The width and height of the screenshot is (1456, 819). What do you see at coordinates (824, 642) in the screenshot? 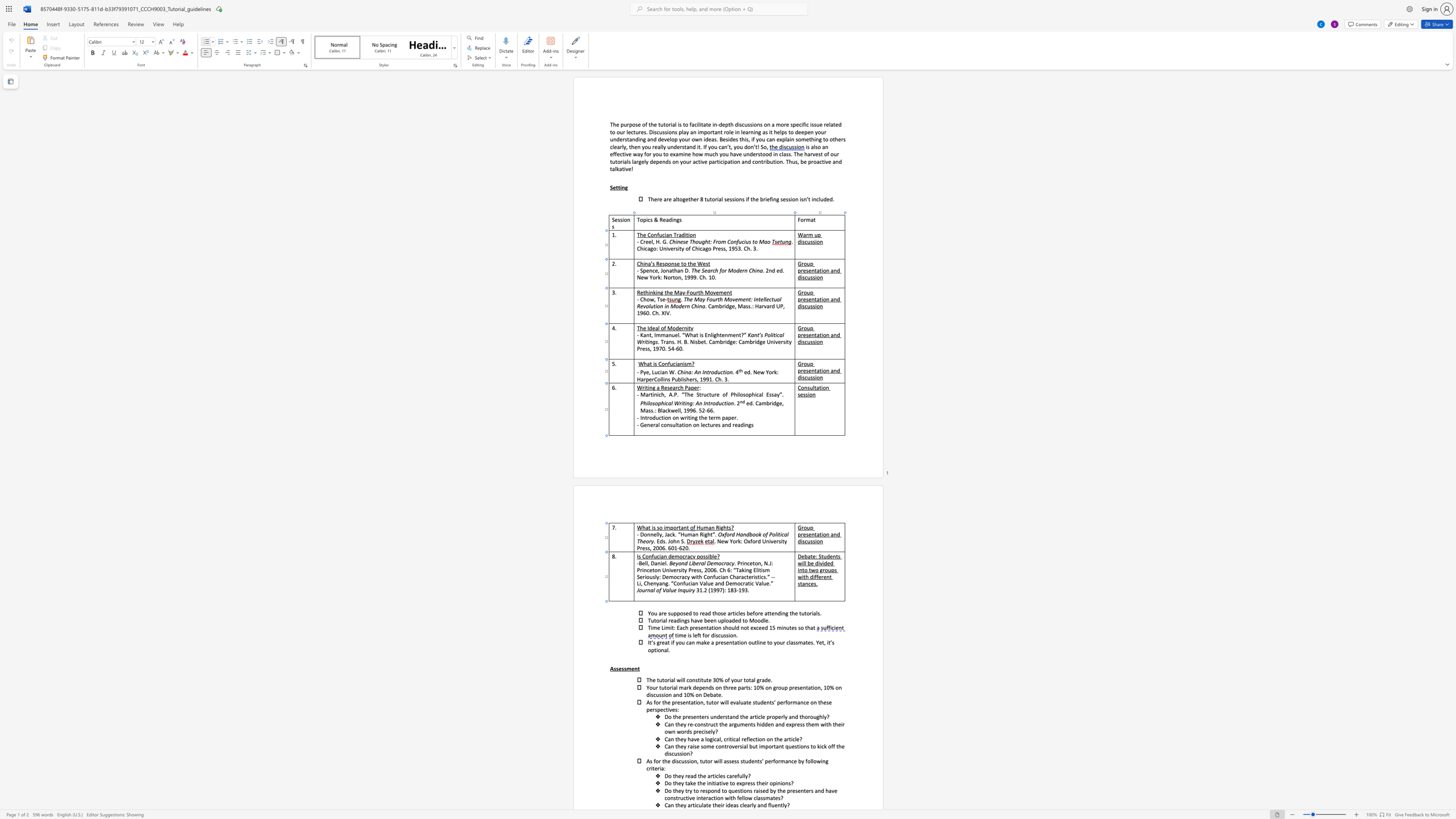
I see `the 1th character "," in the text` at bounding box center [824, 642].